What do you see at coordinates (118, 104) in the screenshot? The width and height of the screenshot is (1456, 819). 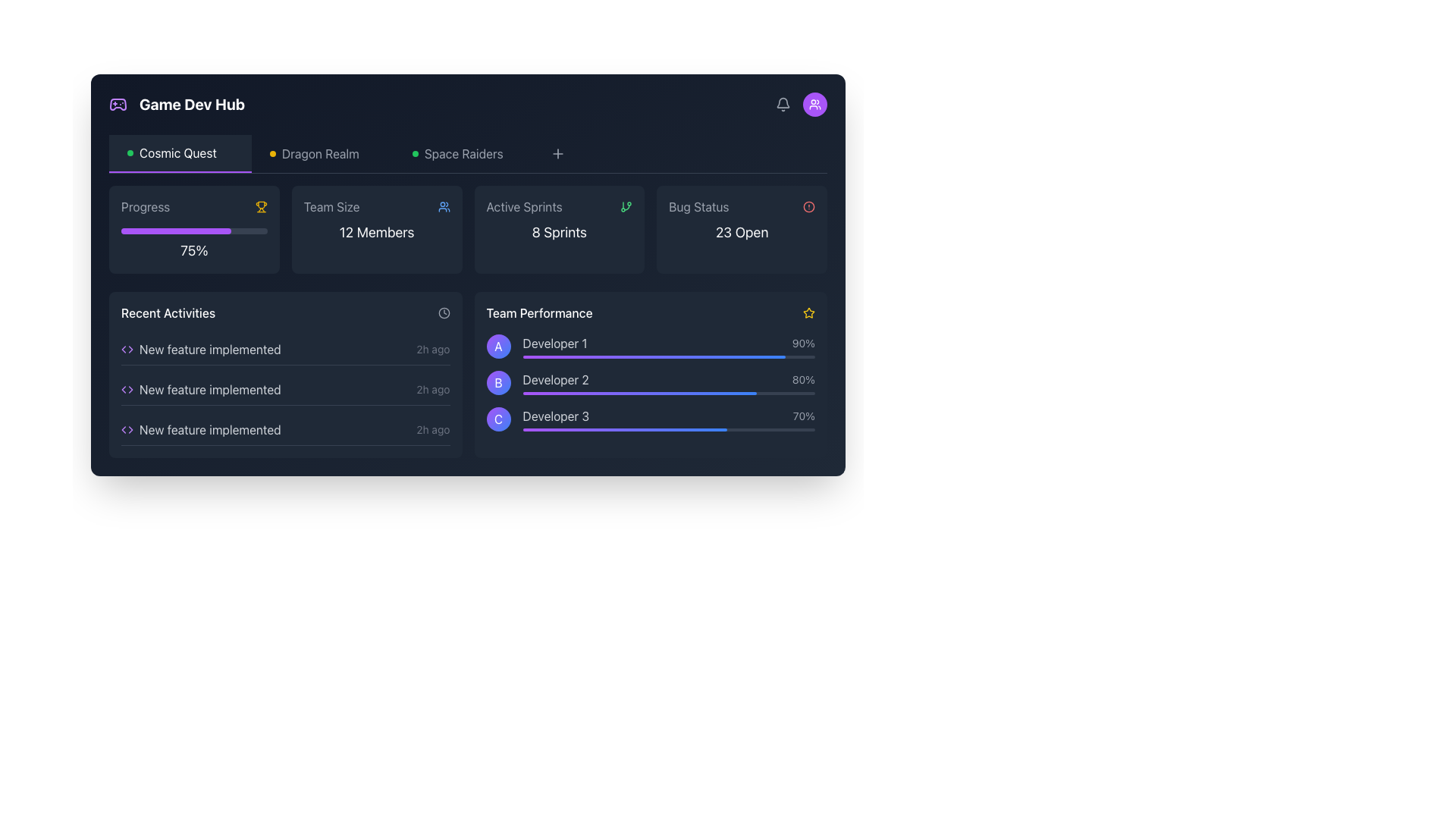 I see `the game controller icon with a purple color theme located at the top-left corner of the interface, adjacent to the text 'Game Dev Hub'` at bounding box center [118, 104].